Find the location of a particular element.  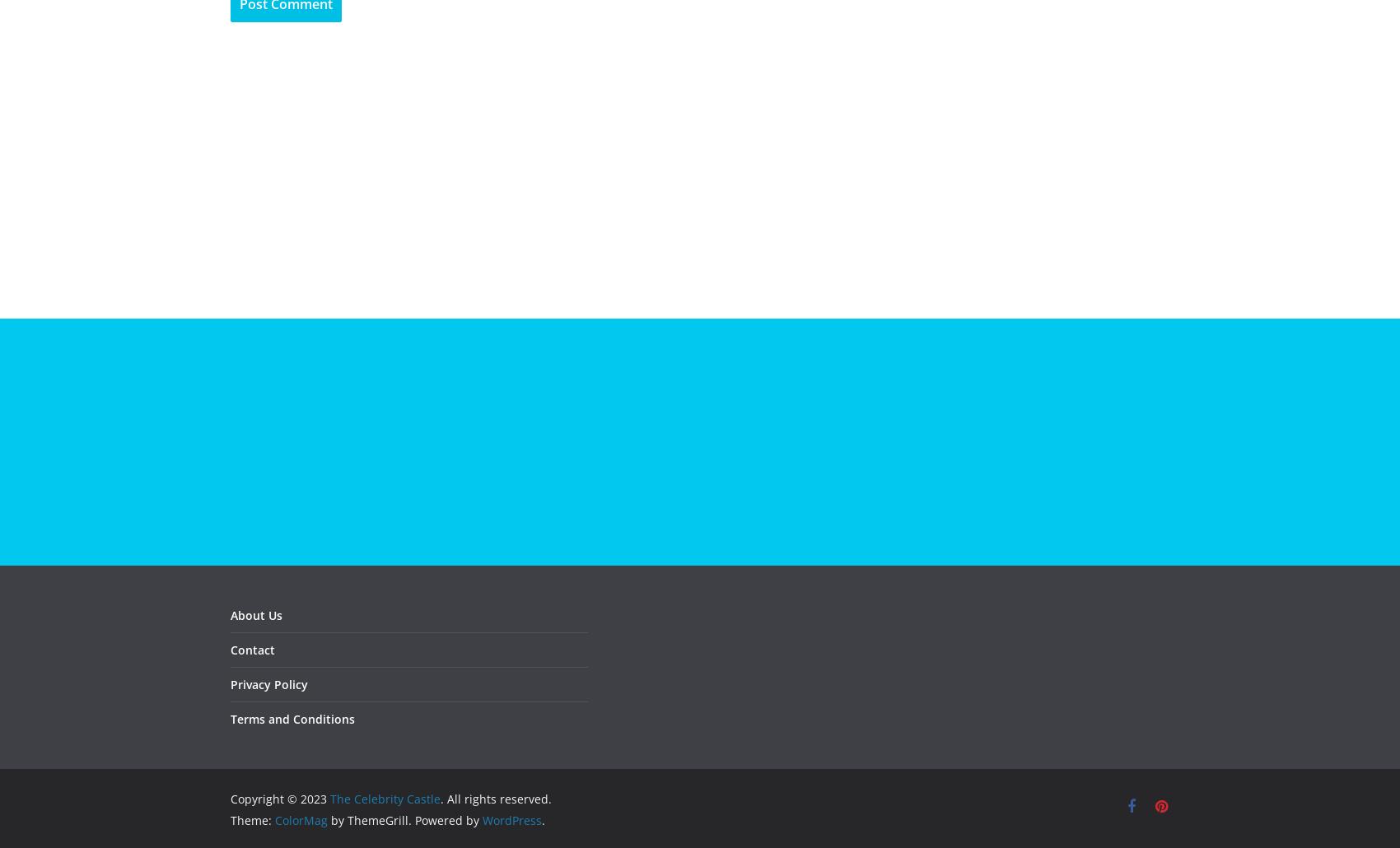

'.' is located at coordinates (543, 818).